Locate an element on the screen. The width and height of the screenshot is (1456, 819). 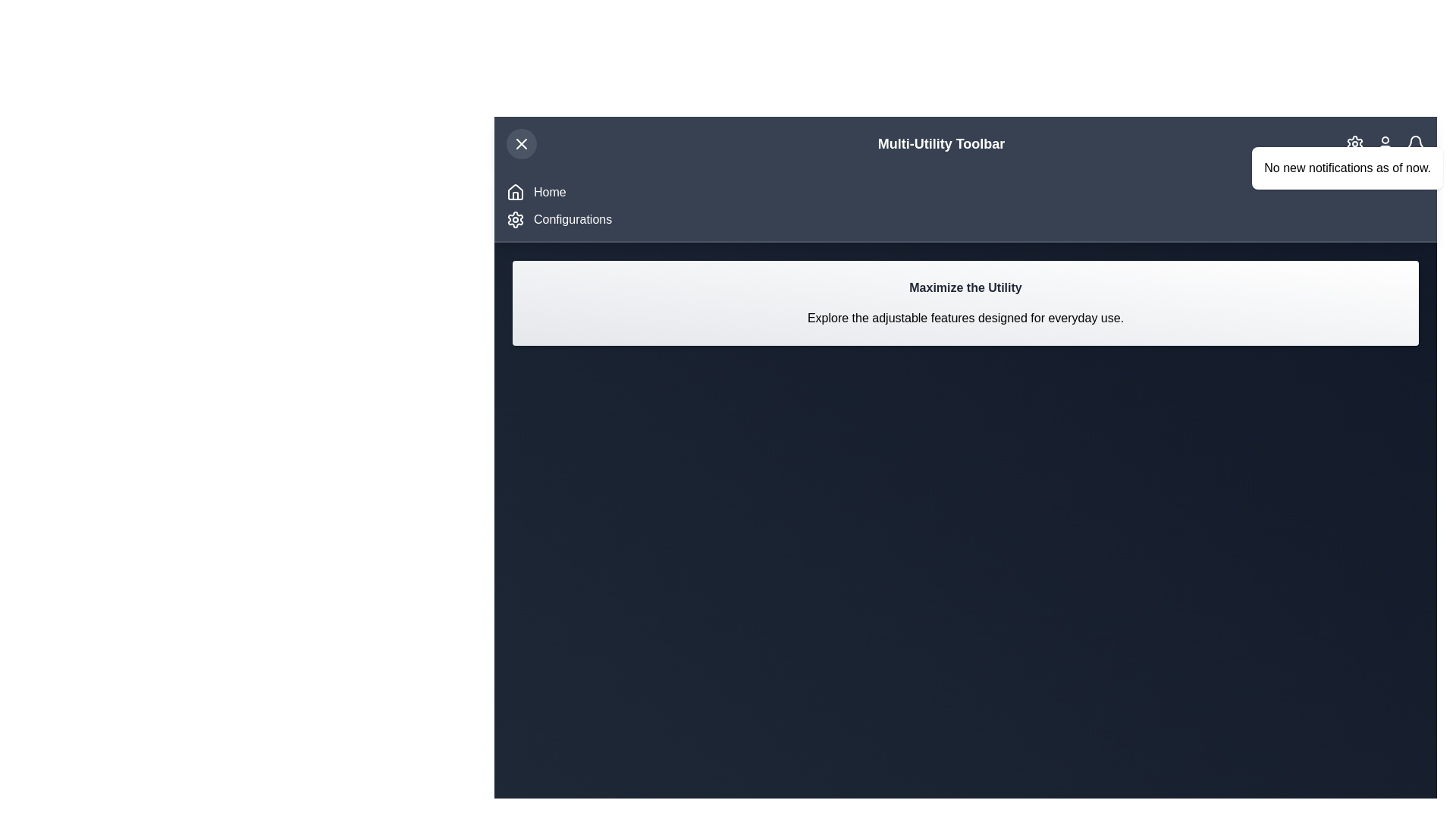
the 'Settings' icon is located at coordinates (1354, 143).